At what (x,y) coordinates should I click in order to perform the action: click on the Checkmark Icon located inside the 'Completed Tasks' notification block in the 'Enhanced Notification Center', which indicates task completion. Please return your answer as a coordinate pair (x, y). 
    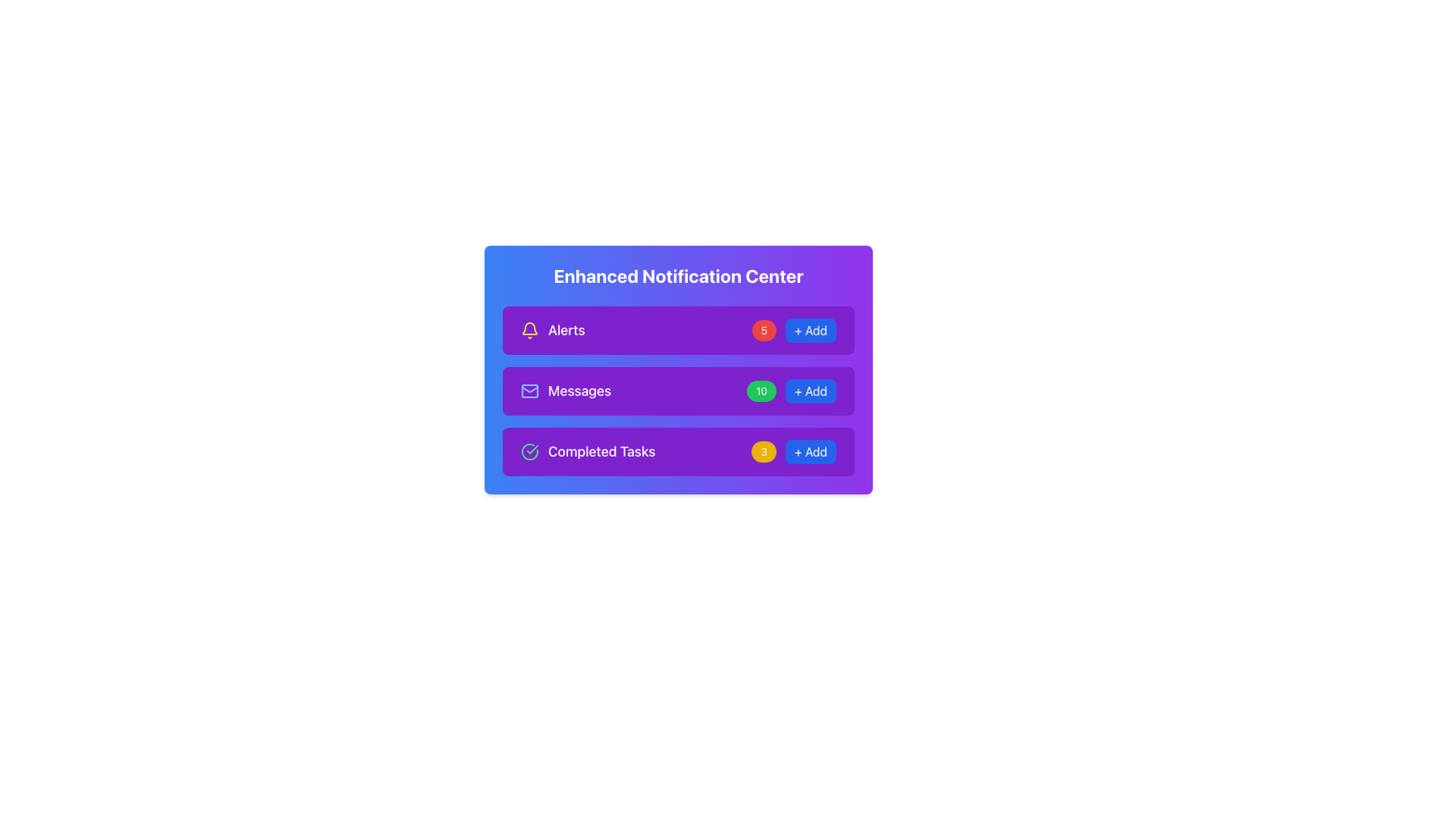
    Looking at the image, I should click on (532, 449).